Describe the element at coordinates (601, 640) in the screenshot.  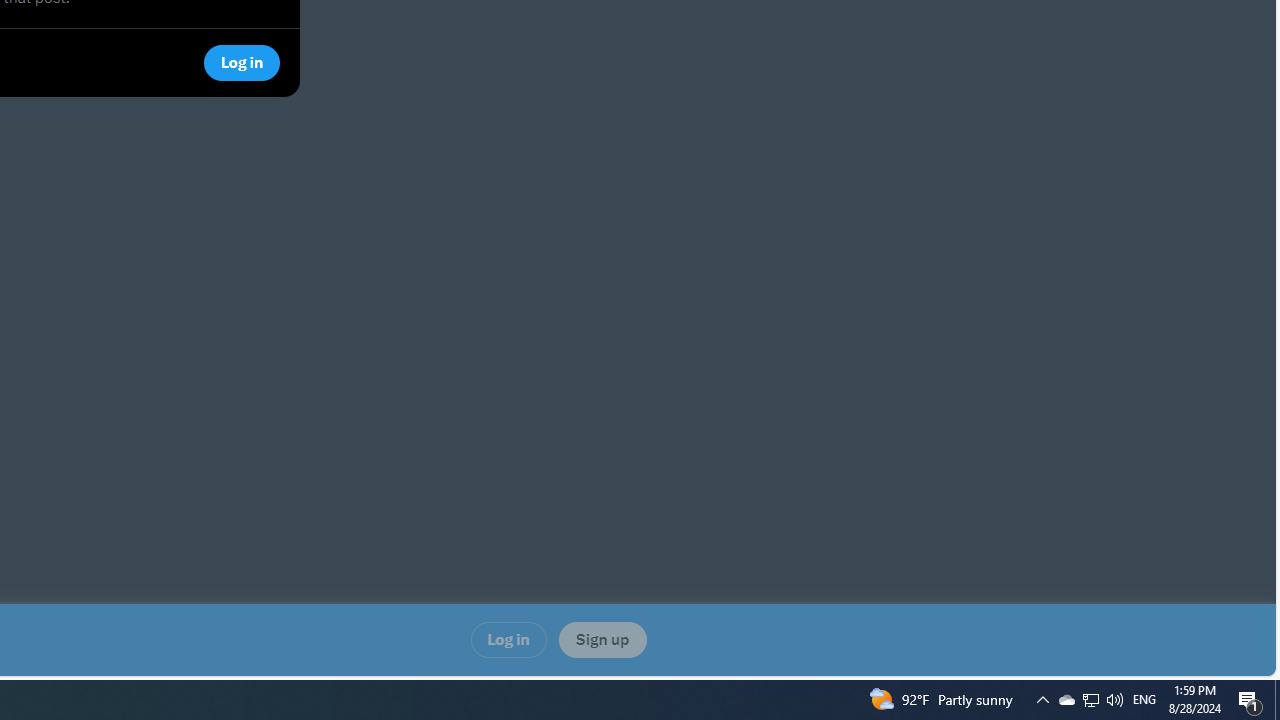
I see `'Sign up'` at that location.